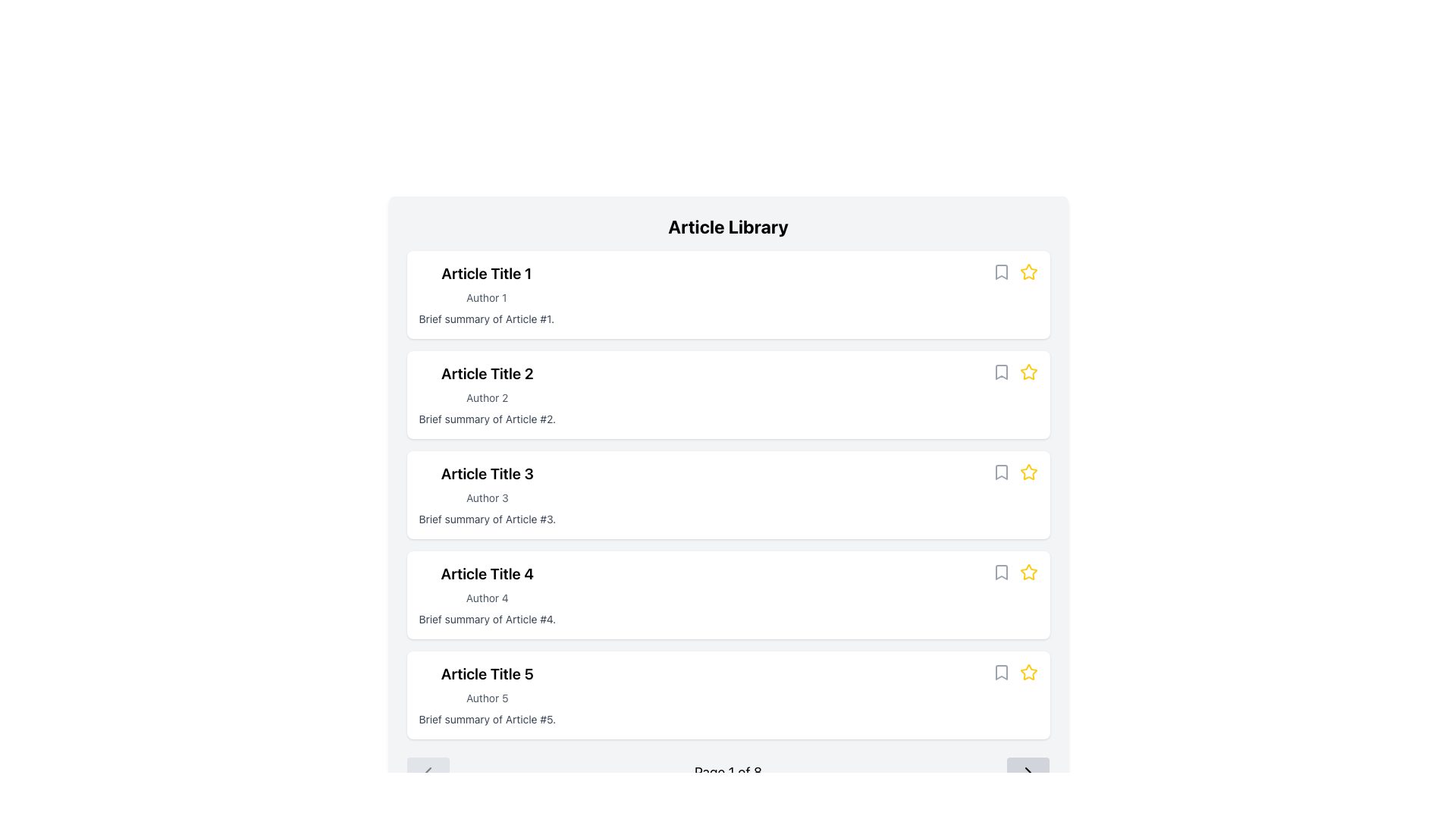  I want to click on the text label displaying 'Author 5', which is styled in a smaller size and gray tone, positioned below 'Article Title 5' and above the summary text 'Brief summary of Article #5', so click(487, 698).